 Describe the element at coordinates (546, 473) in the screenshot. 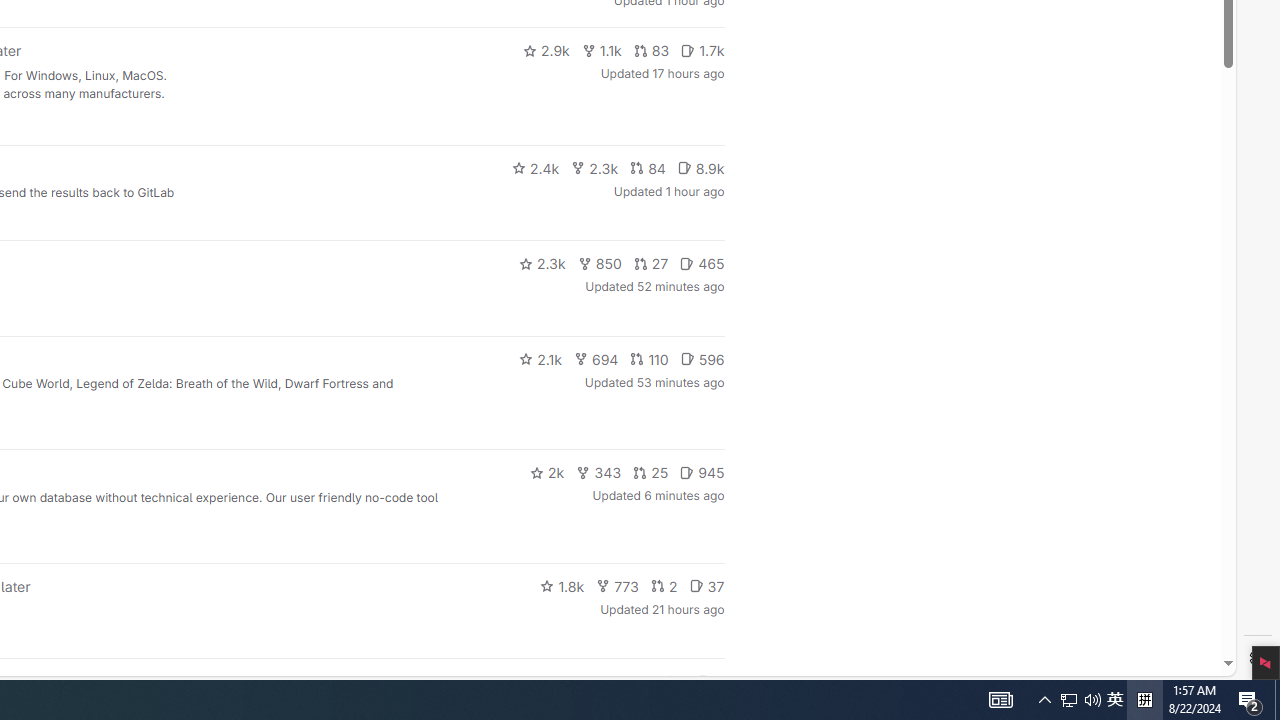

I see `'2k'` at that location.